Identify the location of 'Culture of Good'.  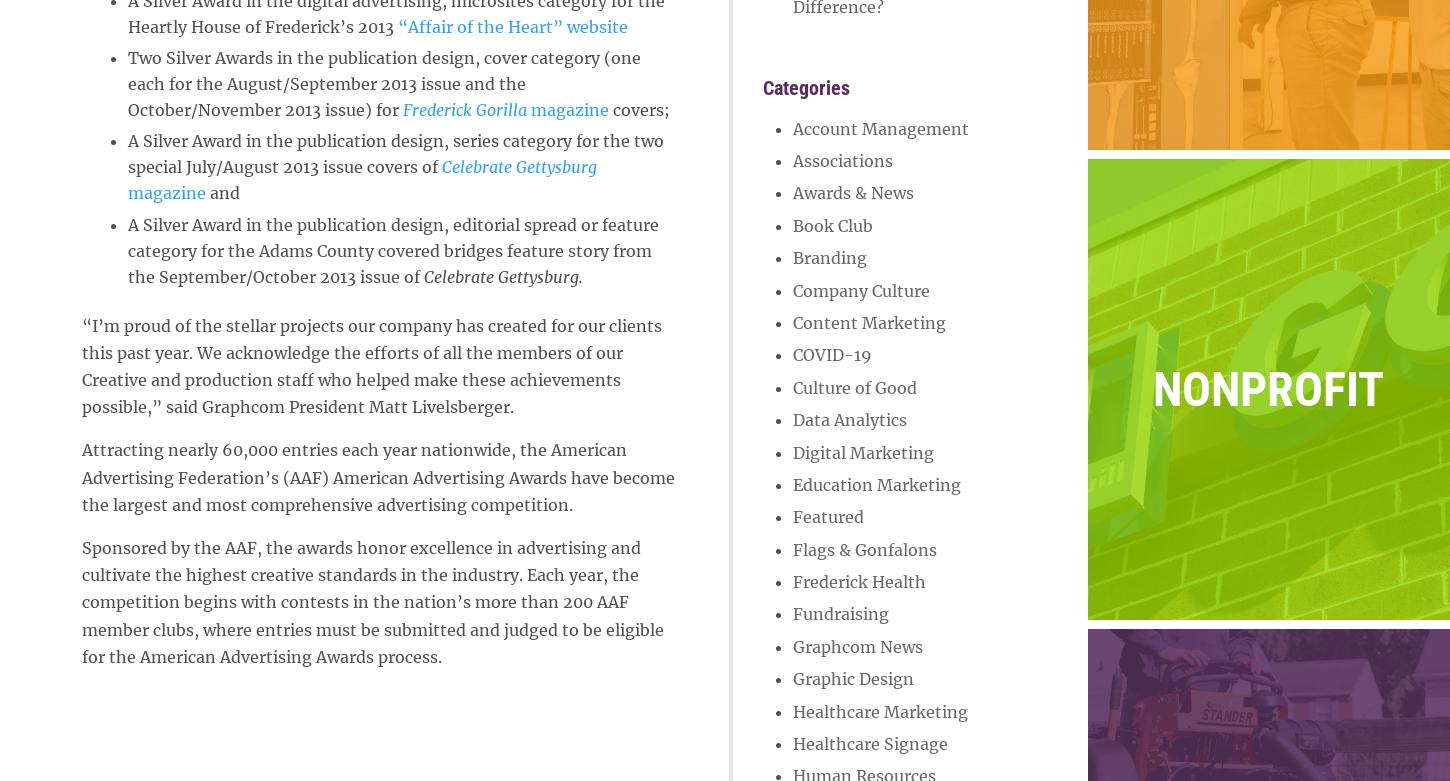
(853, 386).